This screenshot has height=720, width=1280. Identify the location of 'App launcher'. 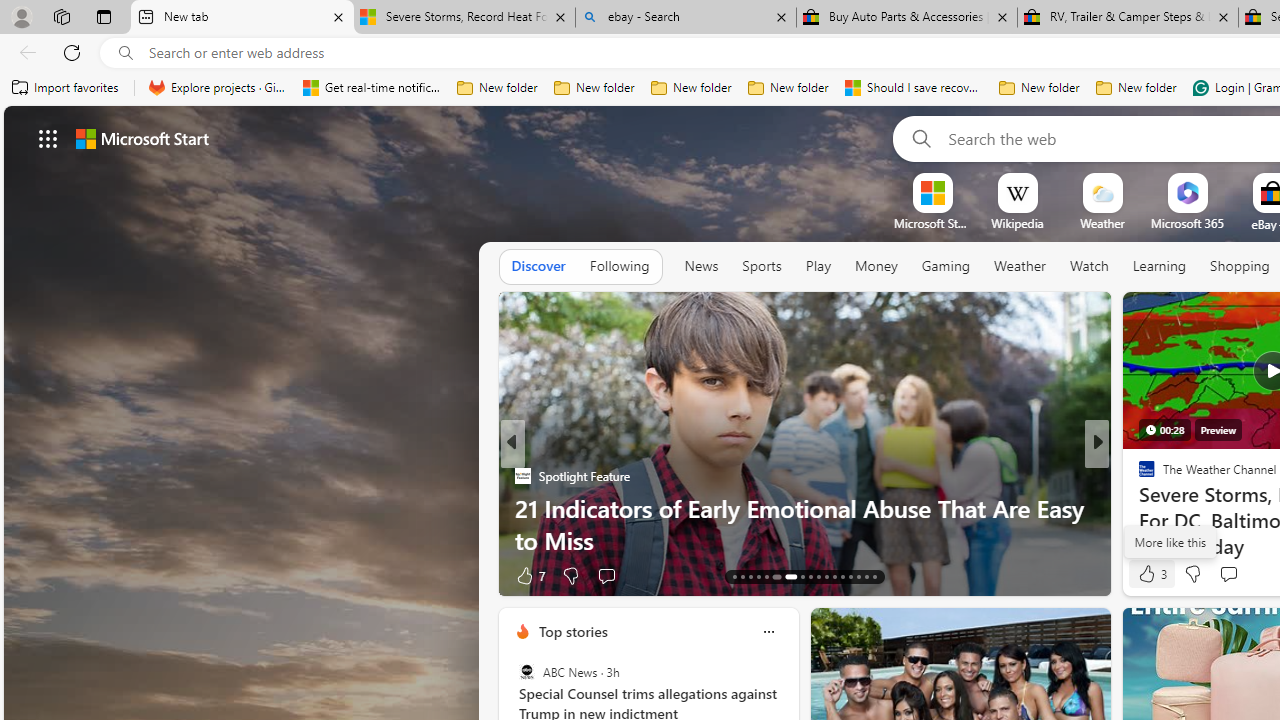
(48, 137).